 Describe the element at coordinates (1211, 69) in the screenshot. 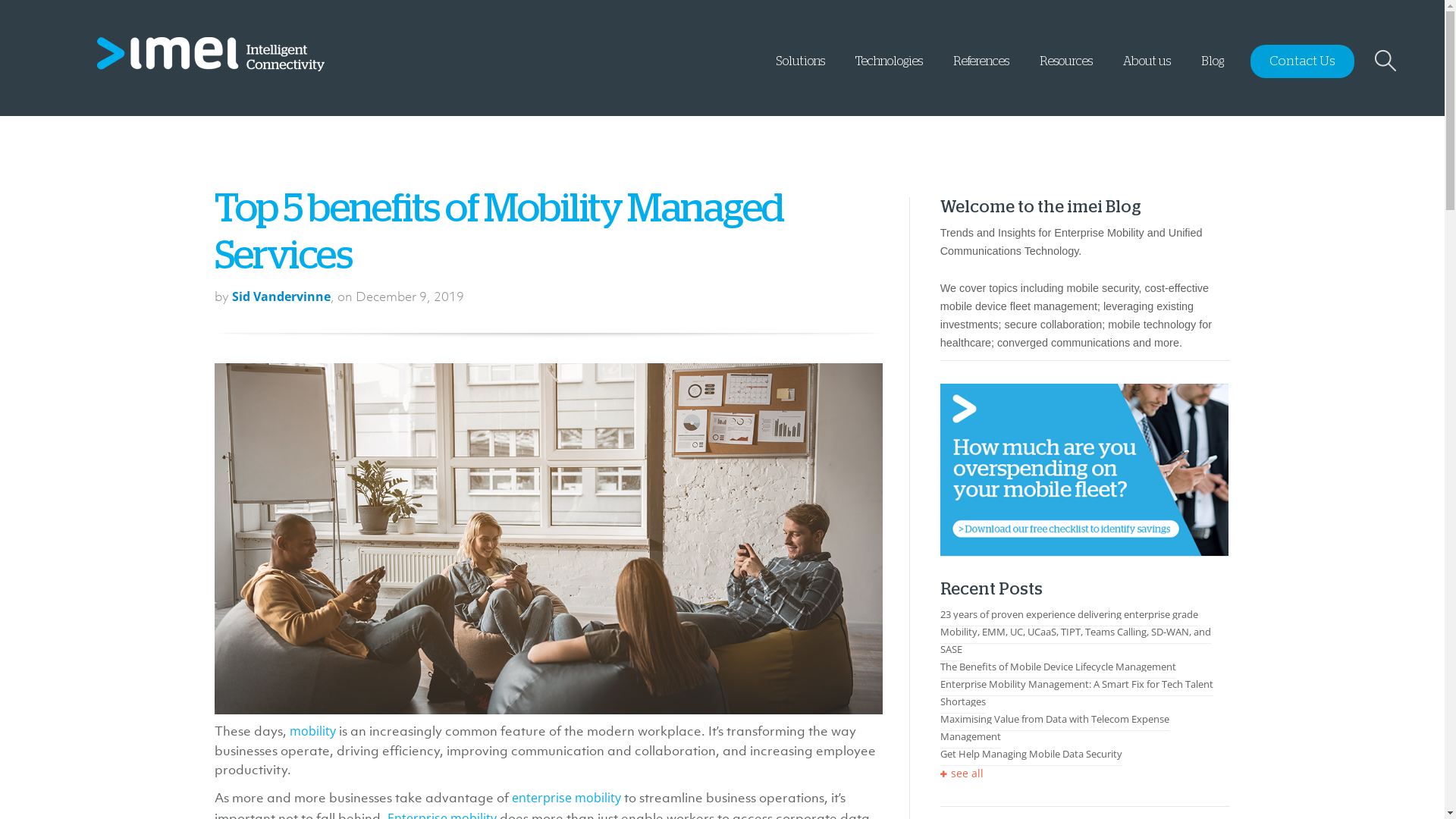

I see `'Blog'` at that location.